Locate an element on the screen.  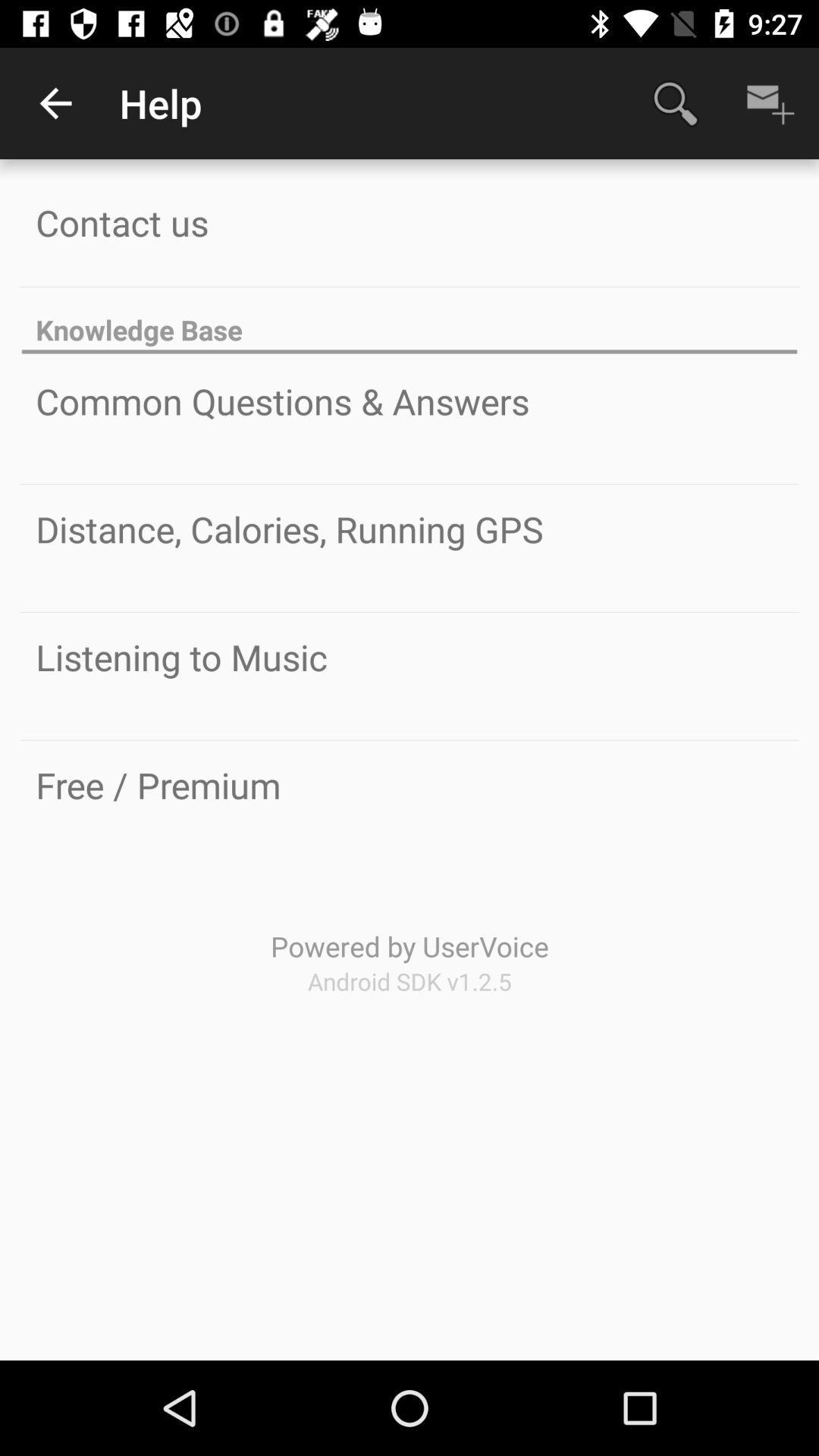
the icon above the common questions & answers is located at coordinates (409, 321).